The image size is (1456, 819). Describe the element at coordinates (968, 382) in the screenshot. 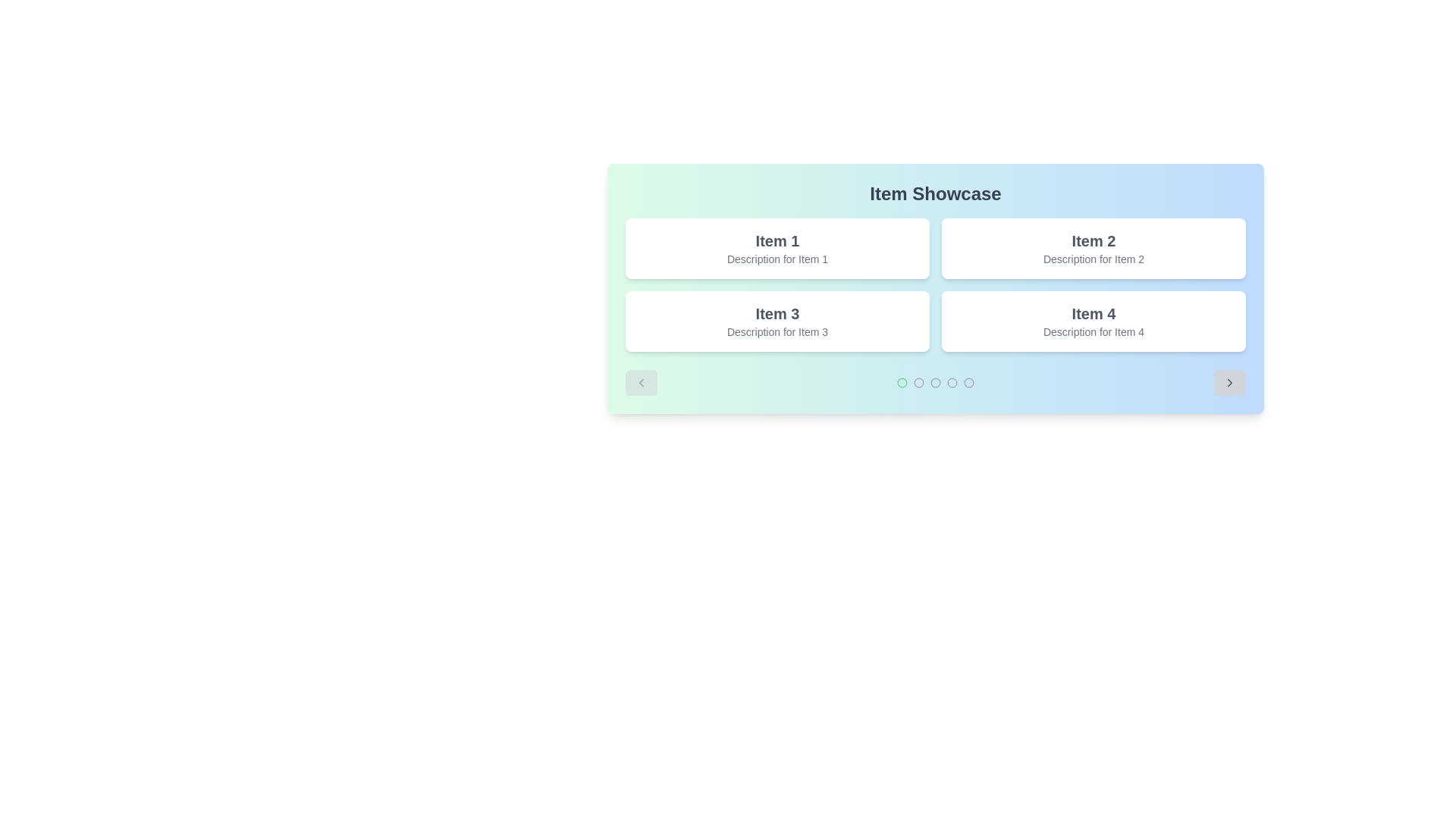

I see `the fifth navigation indicator at the bottom center of the content showcase area` at that location.